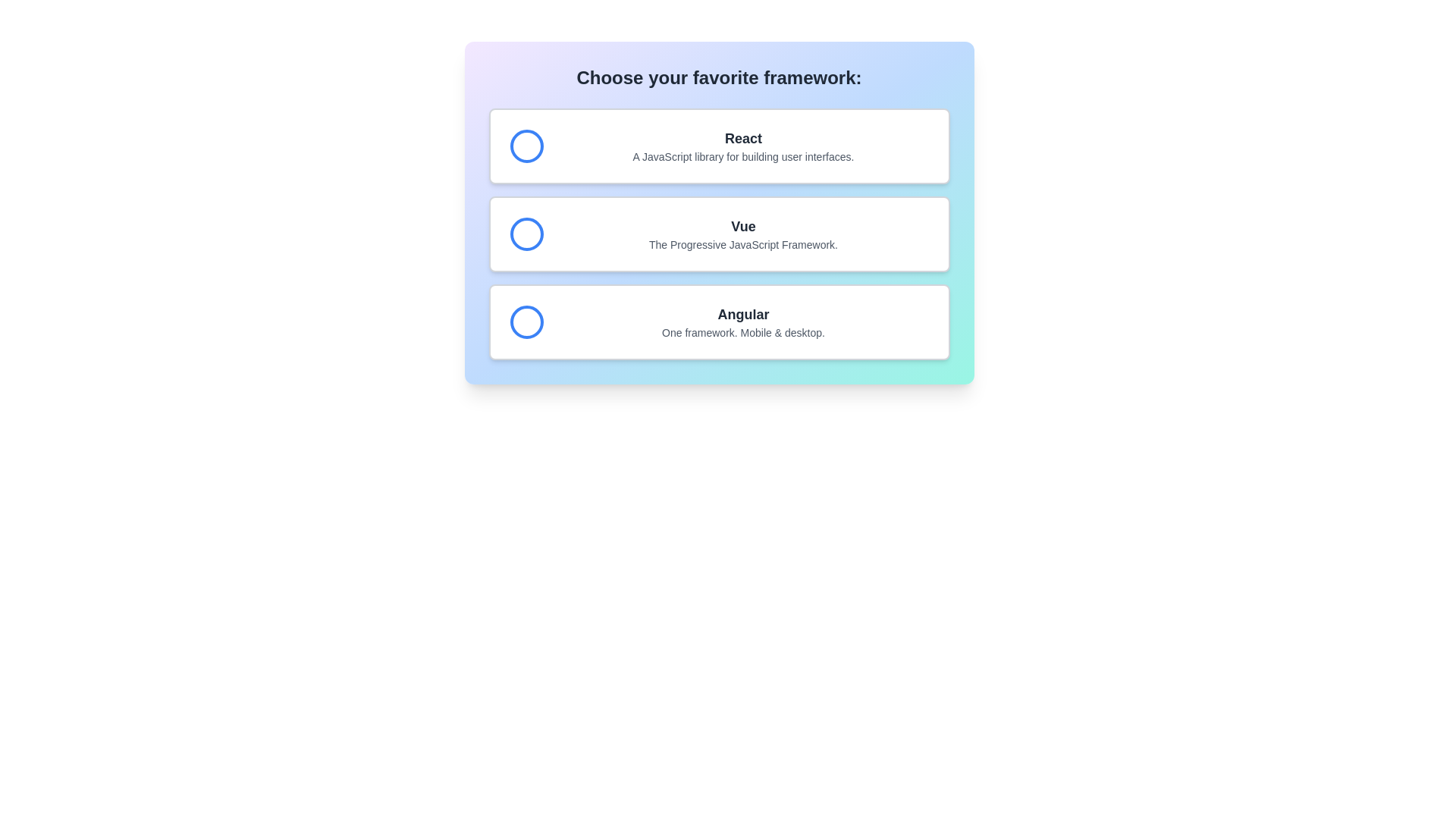 The width and height of the screenshot is (1456, 819). I want to click on the descriptive text element that provides details about the Vue framework, located directly below the header 'Vue', so click(743, 244).